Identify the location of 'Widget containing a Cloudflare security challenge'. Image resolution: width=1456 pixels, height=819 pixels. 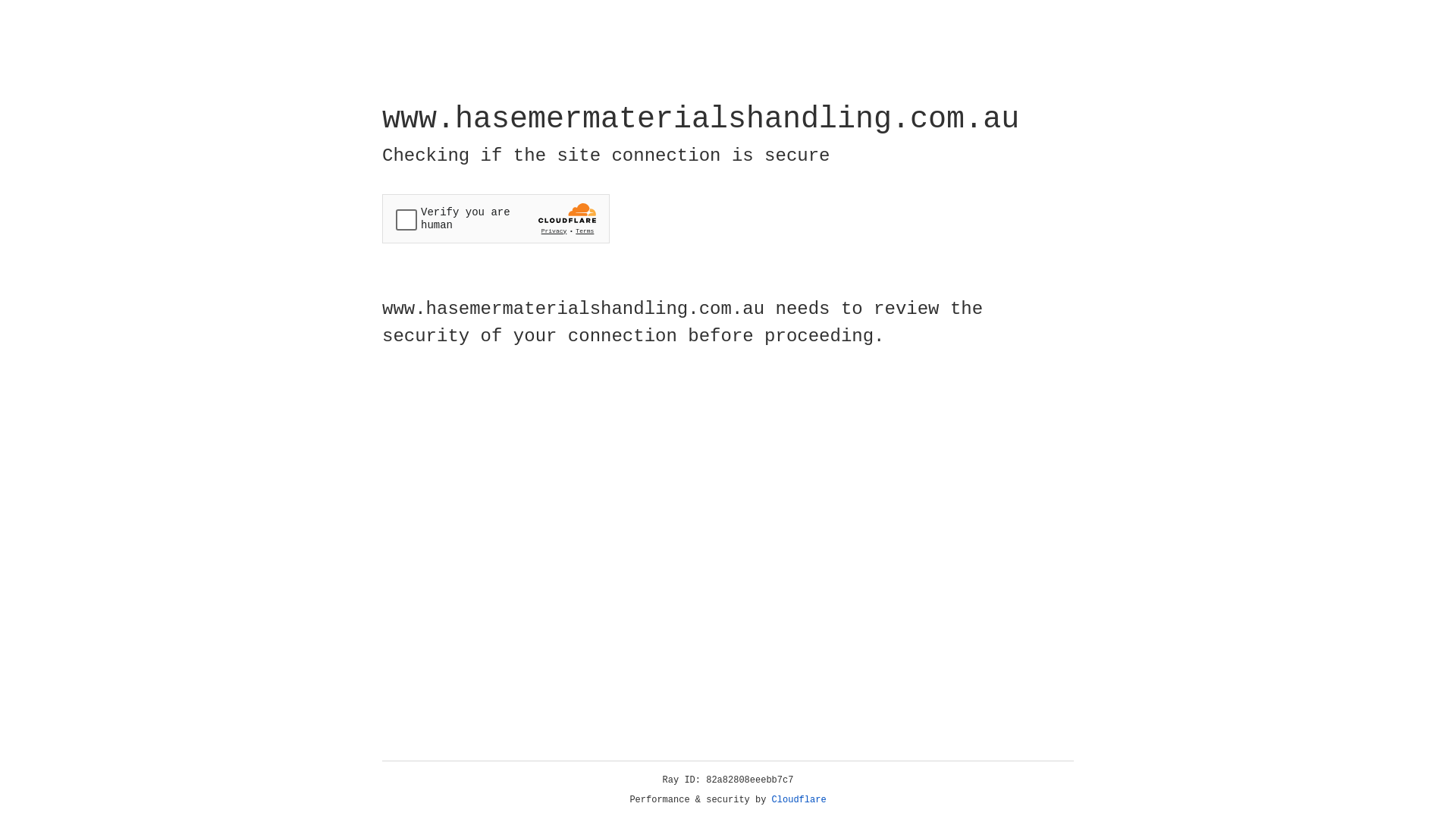
(495, 218).